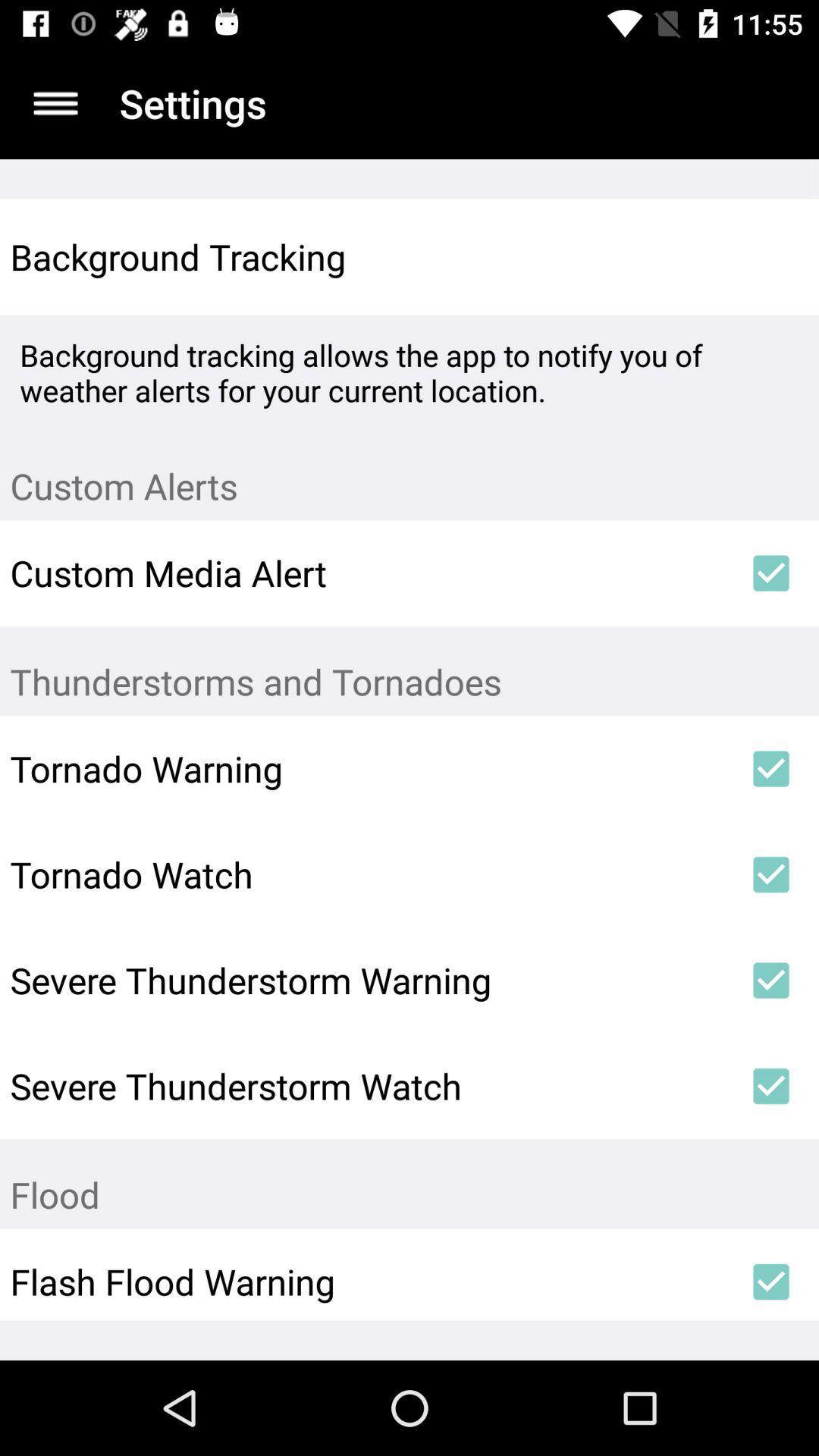  Describe the element at coordinates (771, 257) in the screenshot. I see `the icon next to the background tracking icon` at that location.